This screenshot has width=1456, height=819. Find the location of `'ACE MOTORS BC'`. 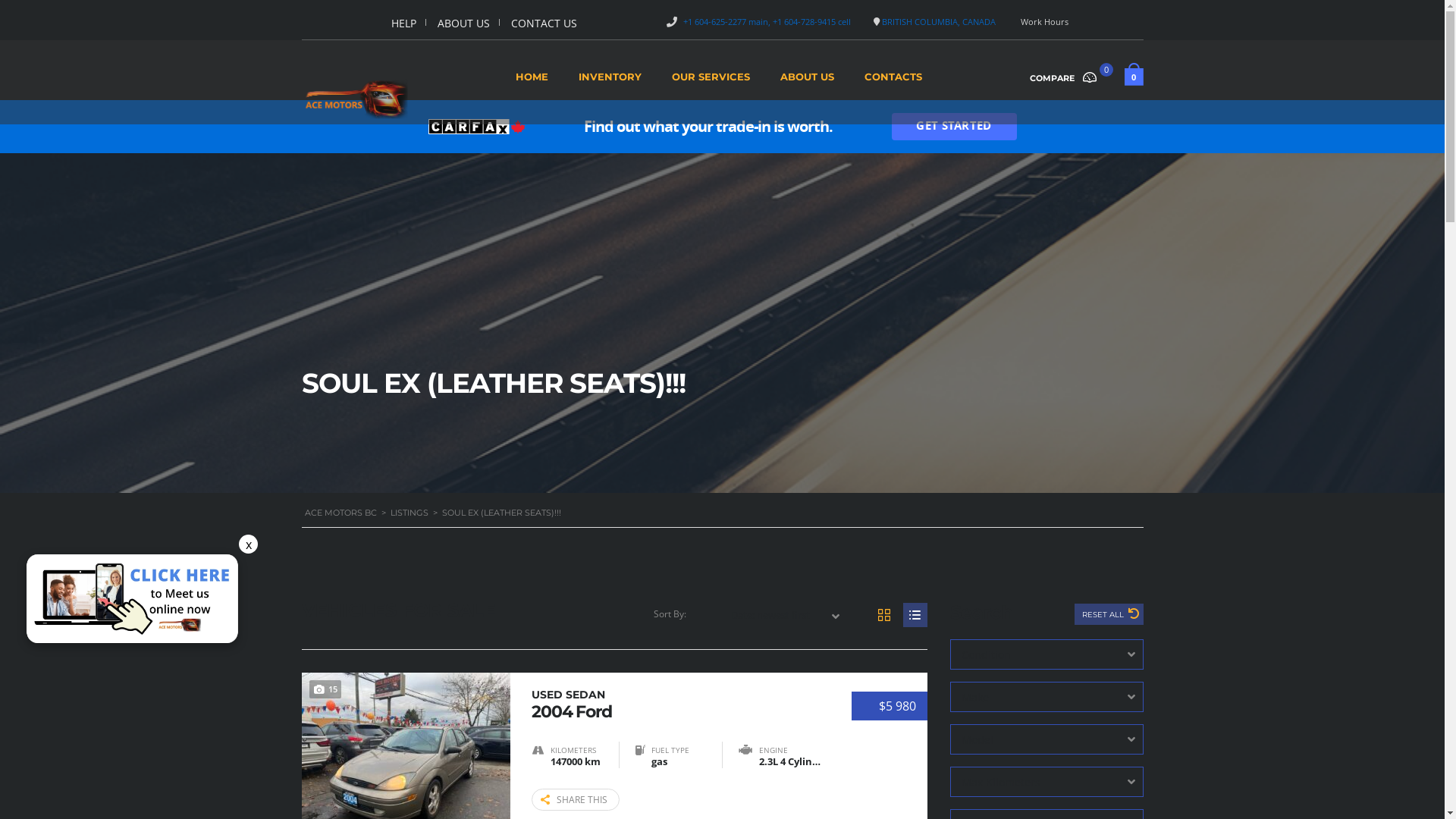

'ACE MOTORS BC' is located at coordinates (340, 512).